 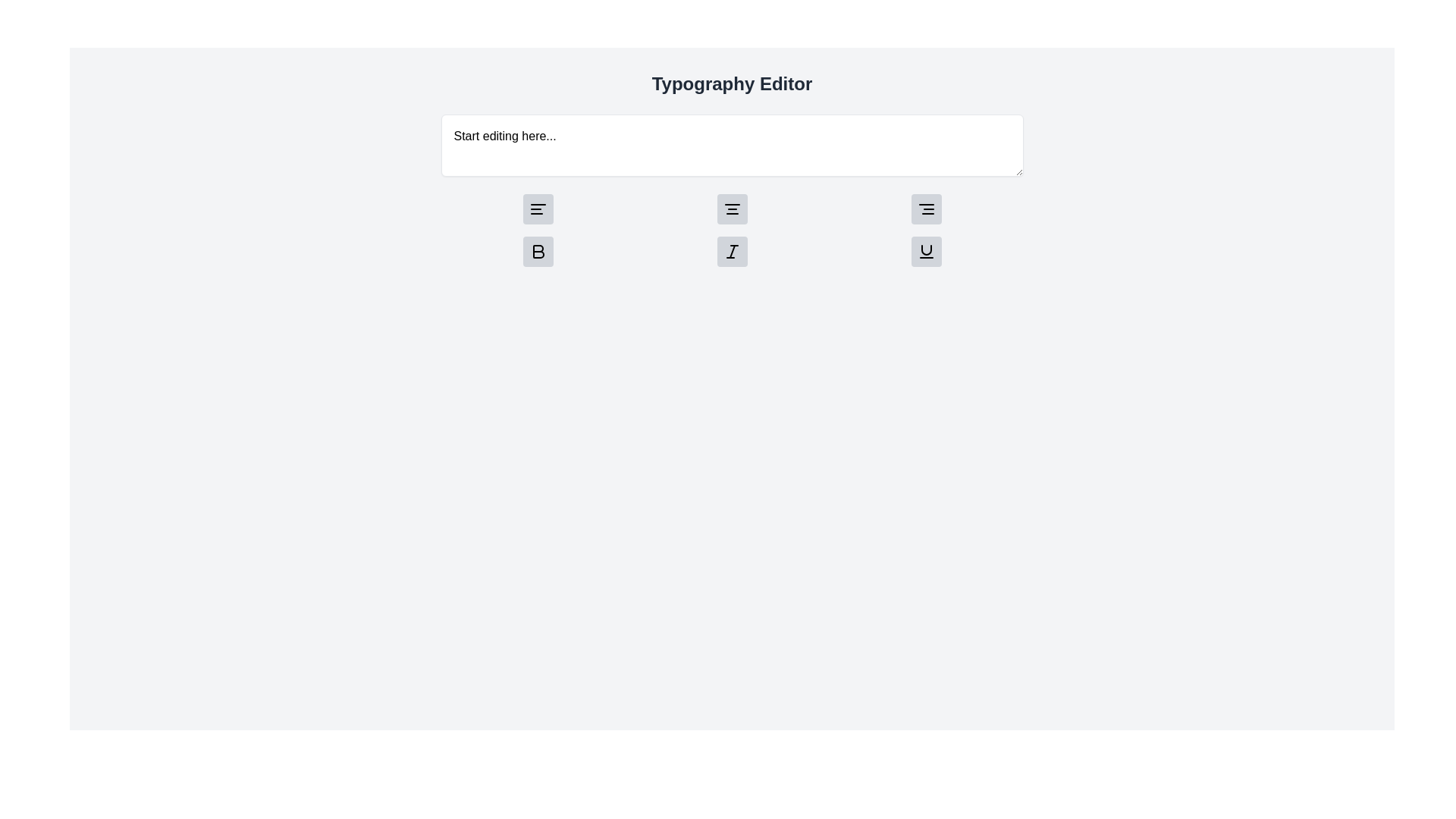 I want to click on the third button in the text formatting row to apply underline formatting to the selected text, so click(x=925, y=250).